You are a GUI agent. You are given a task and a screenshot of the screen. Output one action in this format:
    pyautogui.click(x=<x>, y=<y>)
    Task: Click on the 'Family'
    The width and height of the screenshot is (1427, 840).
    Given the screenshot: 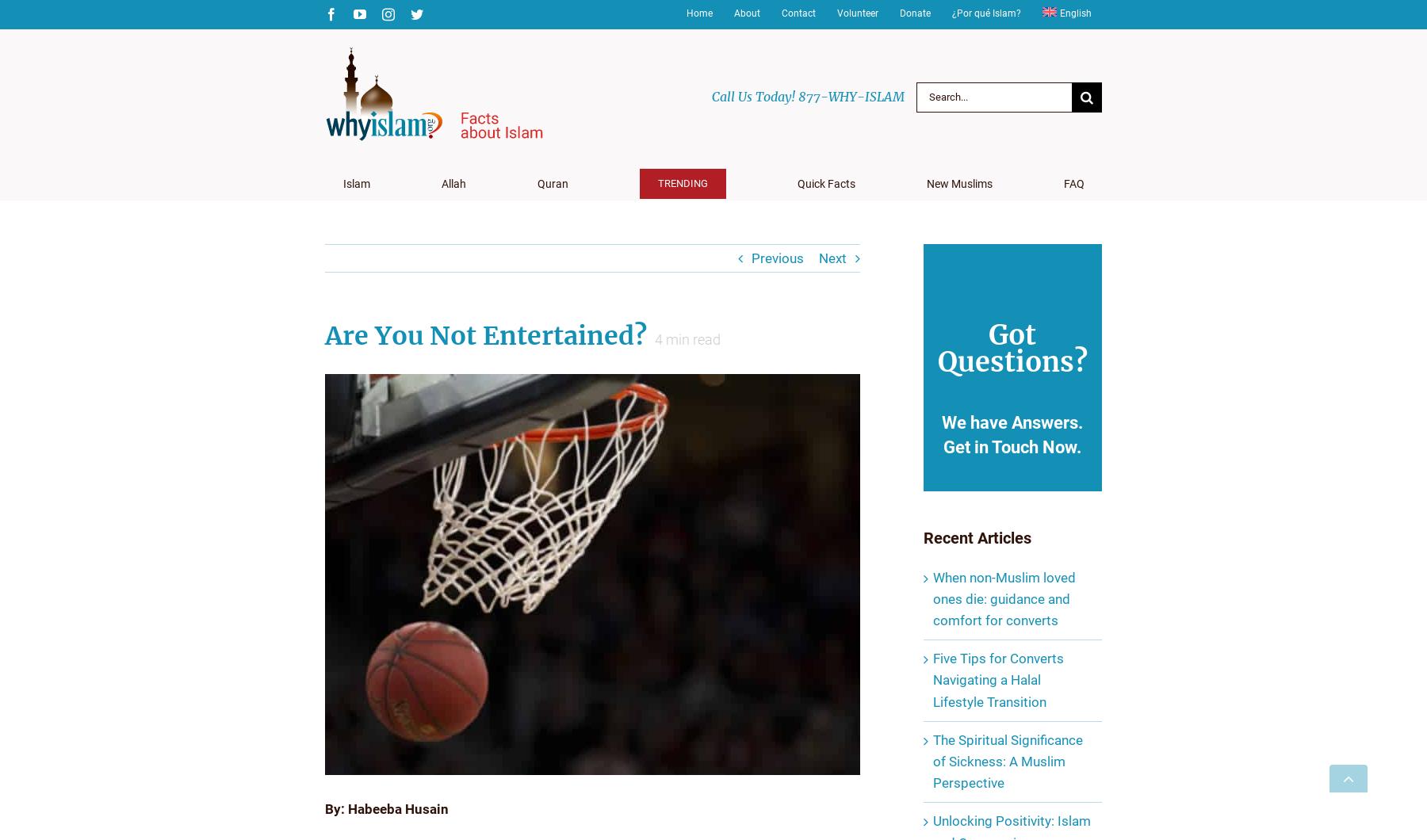 What is the action you would take?
    pyautogui.click(x=955, y=247)
    